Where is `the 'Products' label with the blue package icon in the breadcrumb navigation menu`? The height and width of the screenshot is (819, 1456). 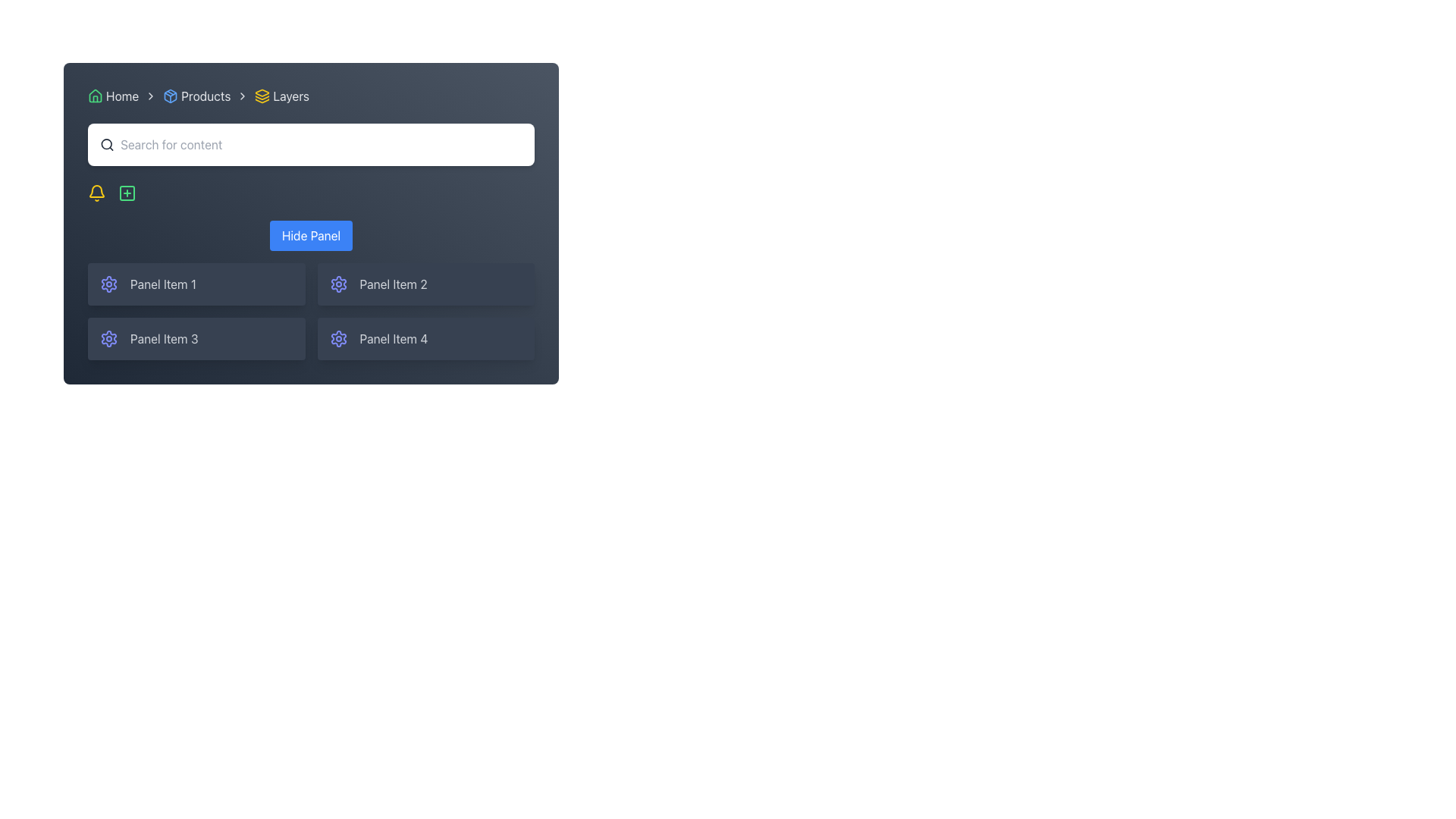 the 'Products' label with the blue package icon in the breadcrumb navigation menu is located at coordinates (196, 96).